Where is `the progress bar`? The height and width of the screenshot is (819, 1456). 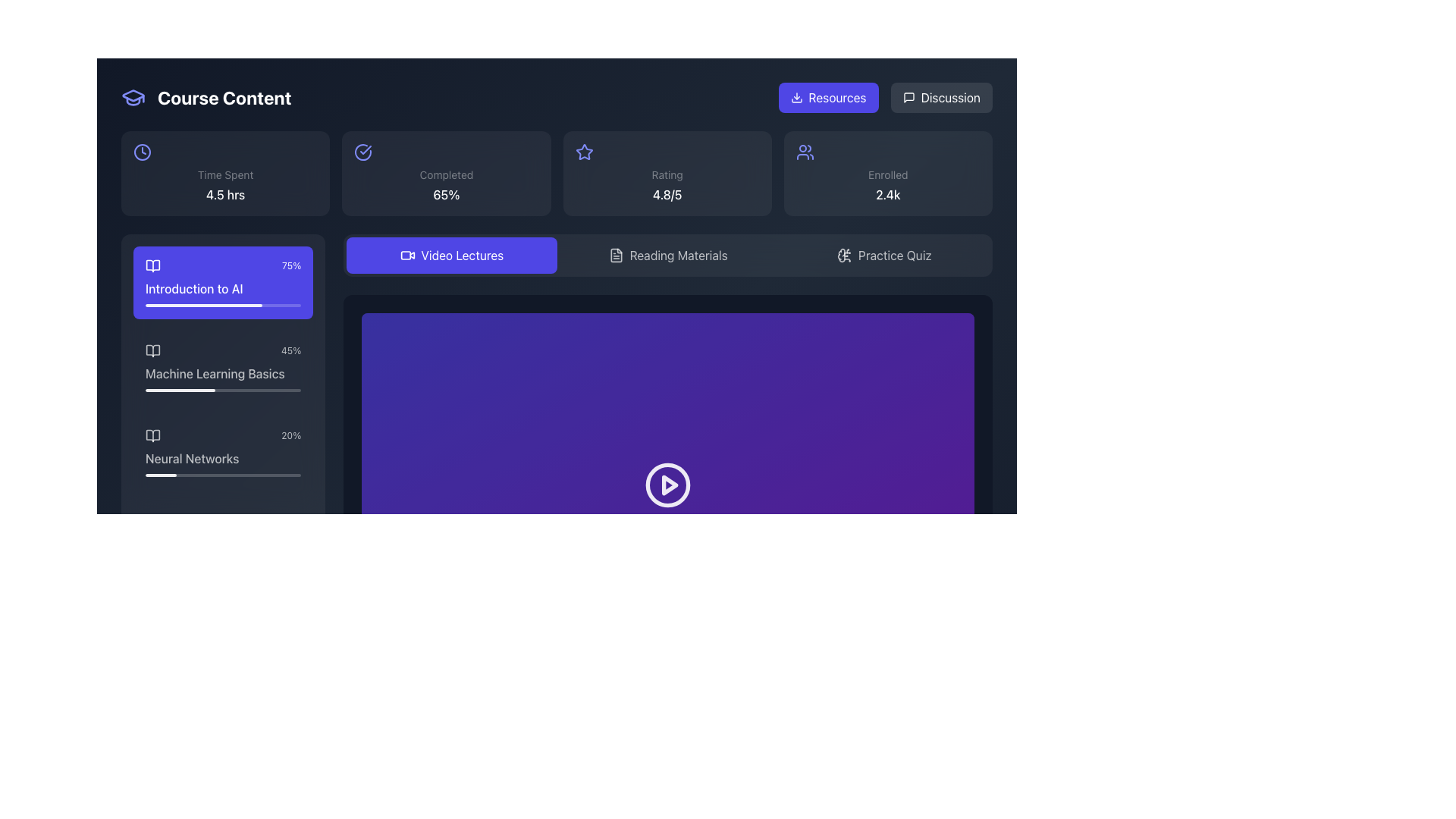
the progress bar is located at coordinates (164, 305).